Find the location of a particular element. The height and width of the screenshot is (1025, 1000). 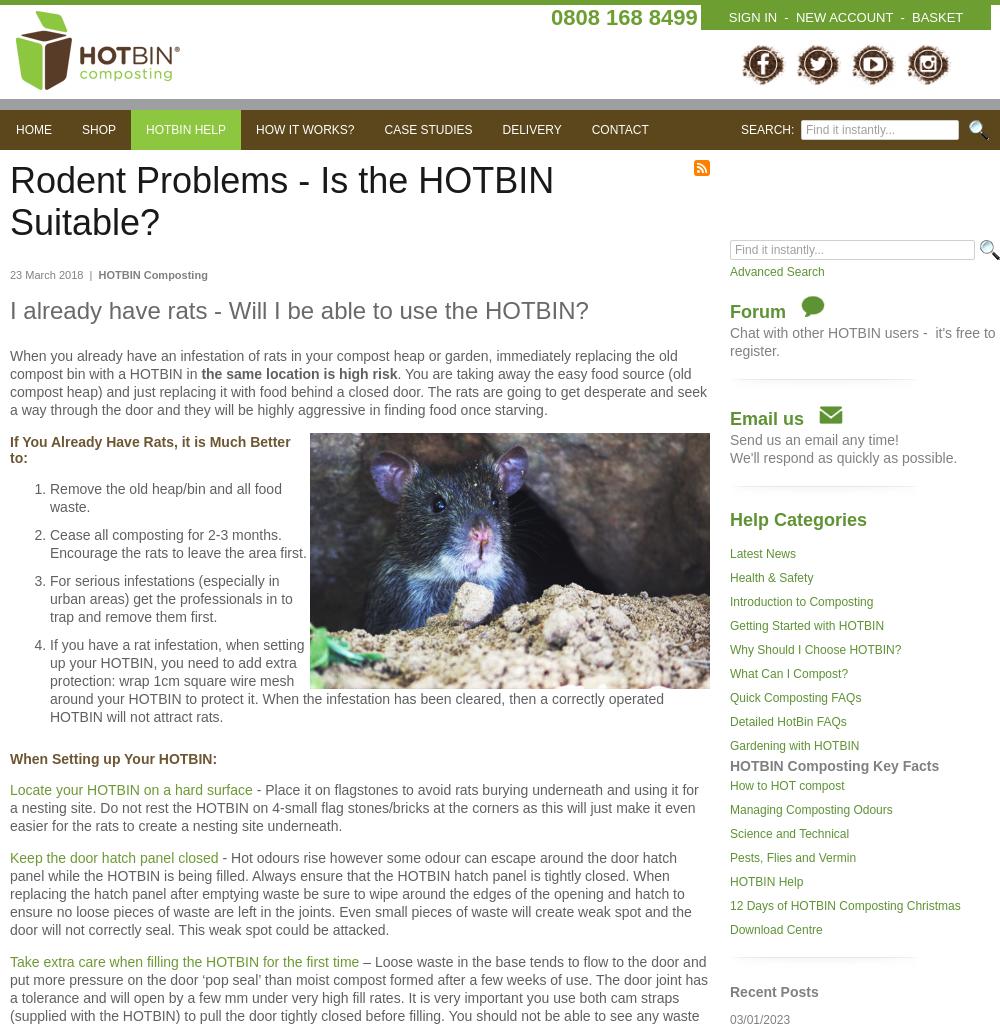

'- Hot odours rise however some odour can escape around the door hatch panel while the HOTBIN is being filled. Always ensure that the HOTBIN hatch panel is tightly closed. When replacing the hatch panel after emptying waste be sure to wipe around the edges of the opening and hatch to ensure no loose pieces of waste are left in the joints. Even small pieces of waste will create weak spot and the door will not correctly seal. This weak spot could be attacked.' is located at coordinates (10, 893).